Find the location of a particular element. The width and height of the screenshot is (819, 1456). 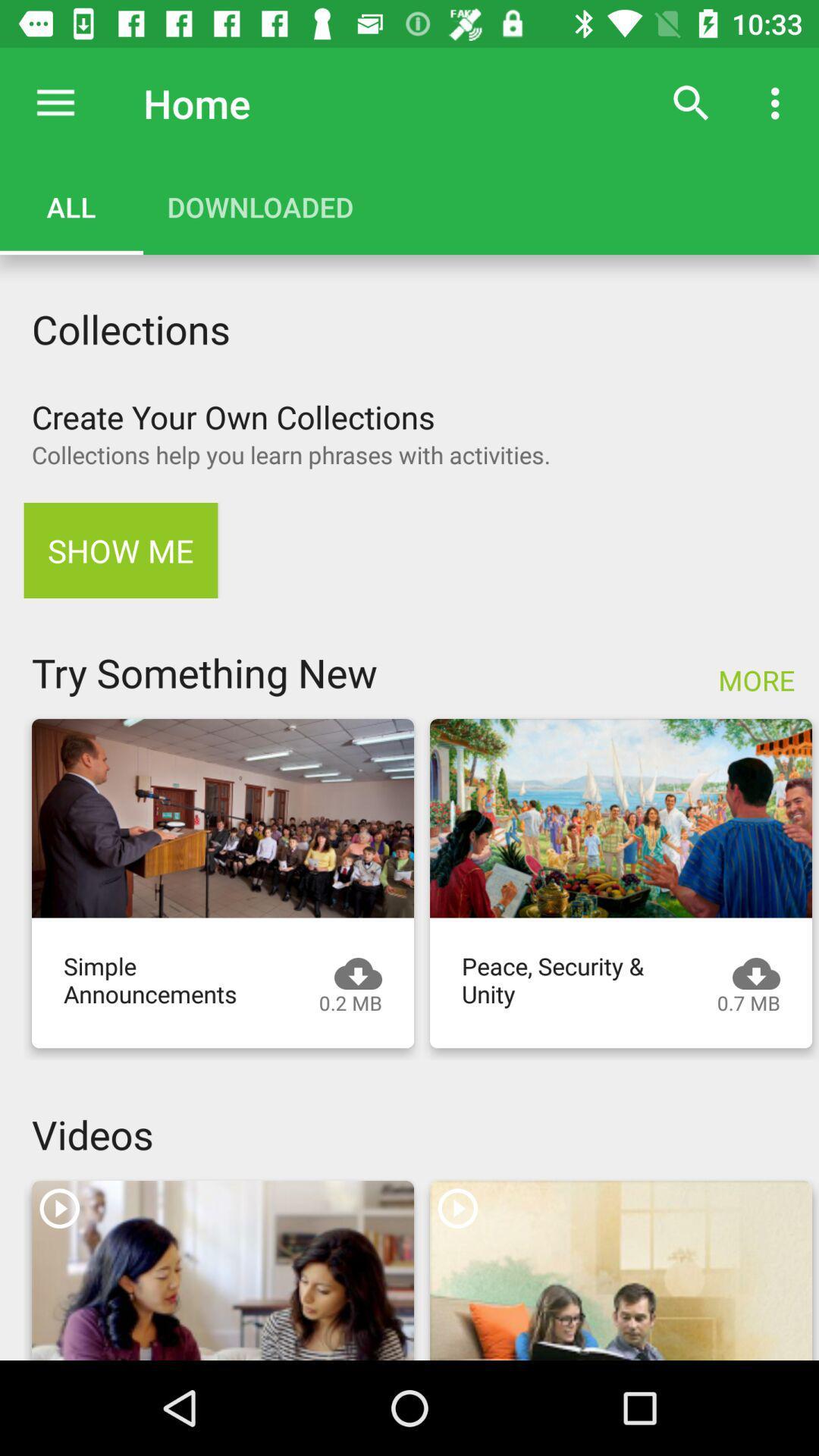

home is located at coordinates (55, 102).